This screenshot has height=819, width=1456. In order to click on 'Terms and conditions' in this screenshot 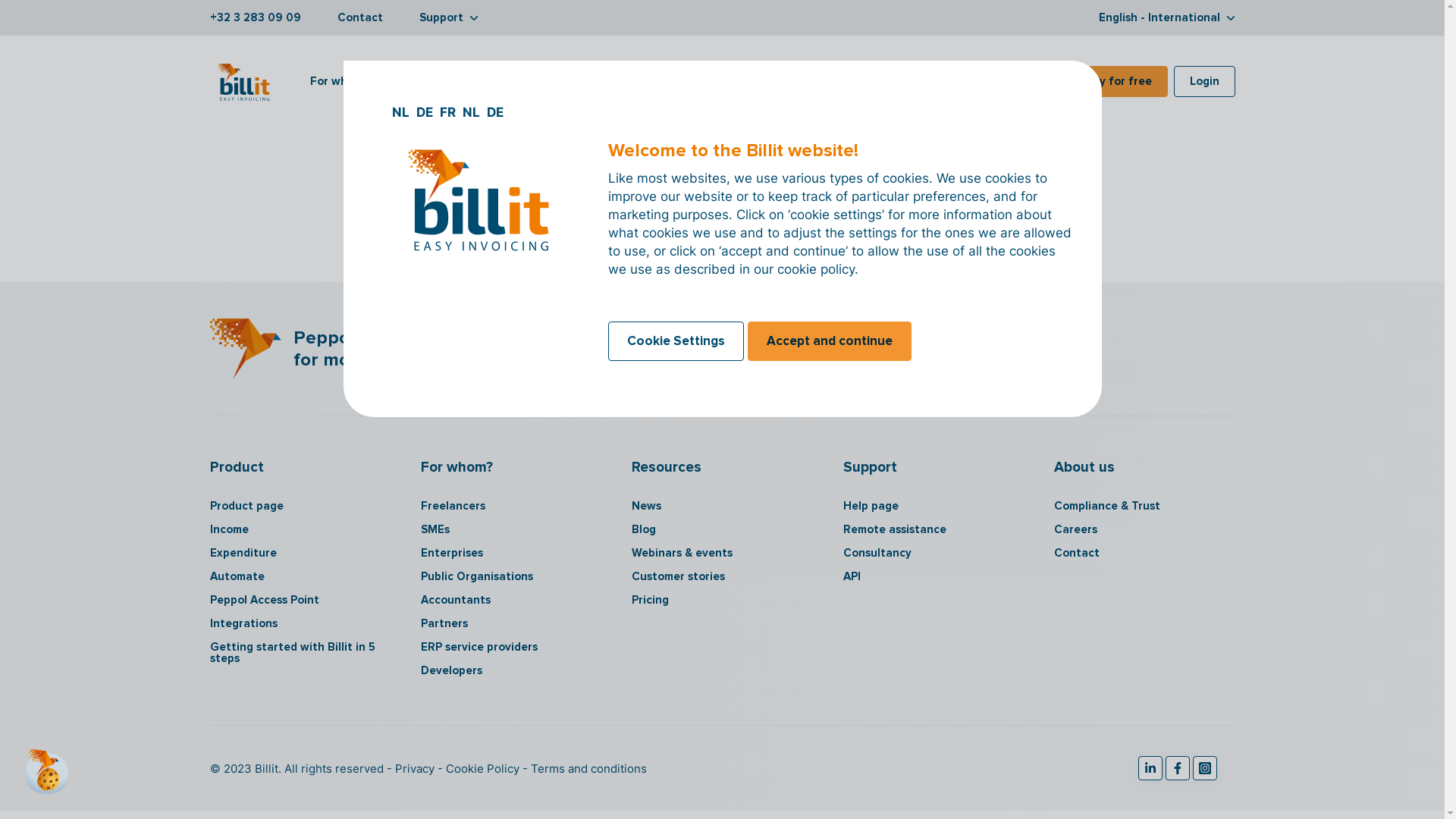, I will do `click(582, 768)`.